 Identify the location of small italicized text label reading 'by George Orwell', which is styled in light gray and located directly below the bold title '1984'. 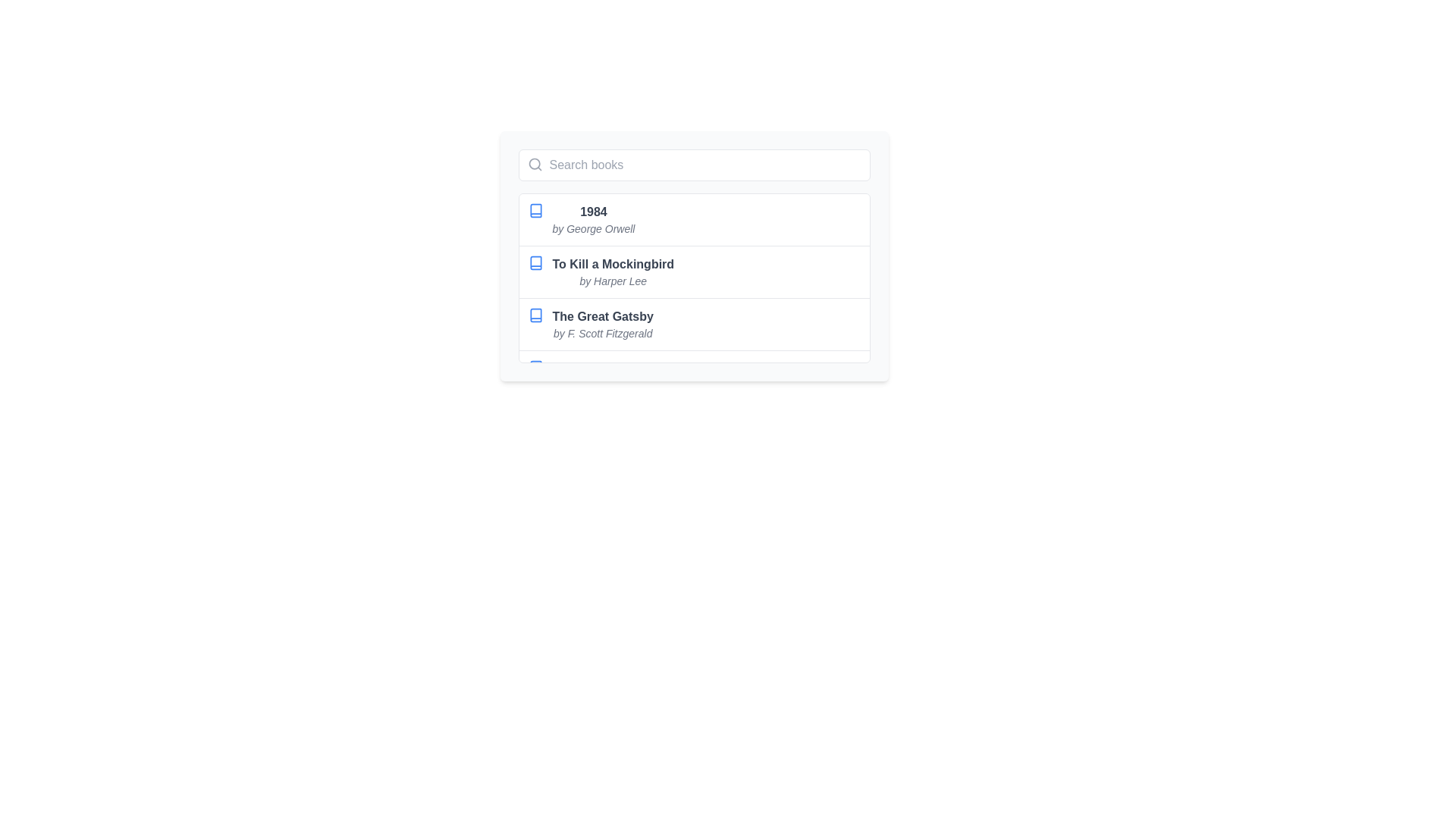
(592, 228).